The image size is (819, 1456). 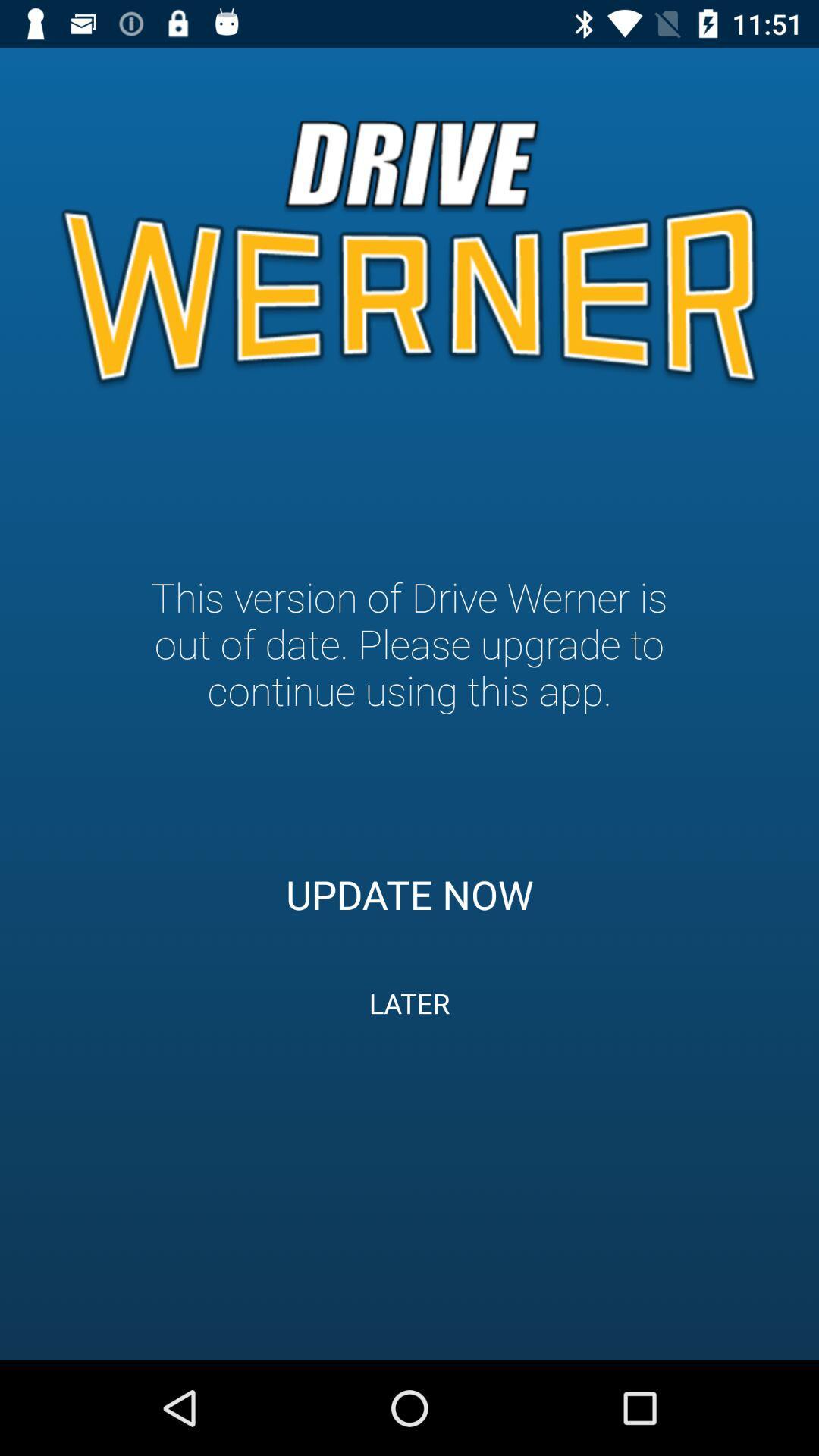 What do you see at coordinates (409, 894) in the screenshot?
I see `the update now item` at bounding box center [409, 894].